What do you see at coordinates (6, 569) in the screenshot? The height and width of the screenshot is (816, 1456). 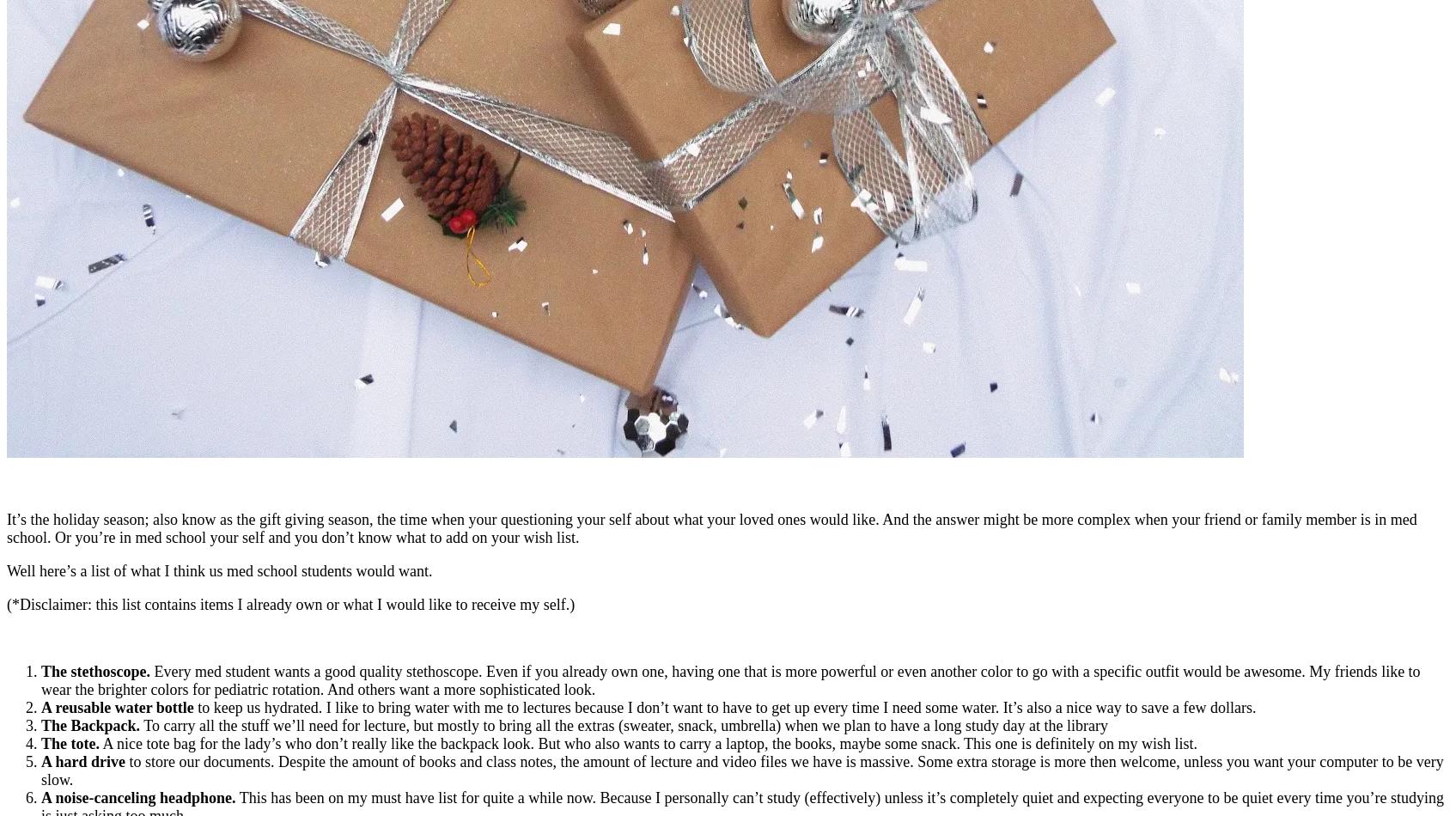 I see `'Well here’s a list of what I think us med school students would want.'` at bounding box center [6, 569].